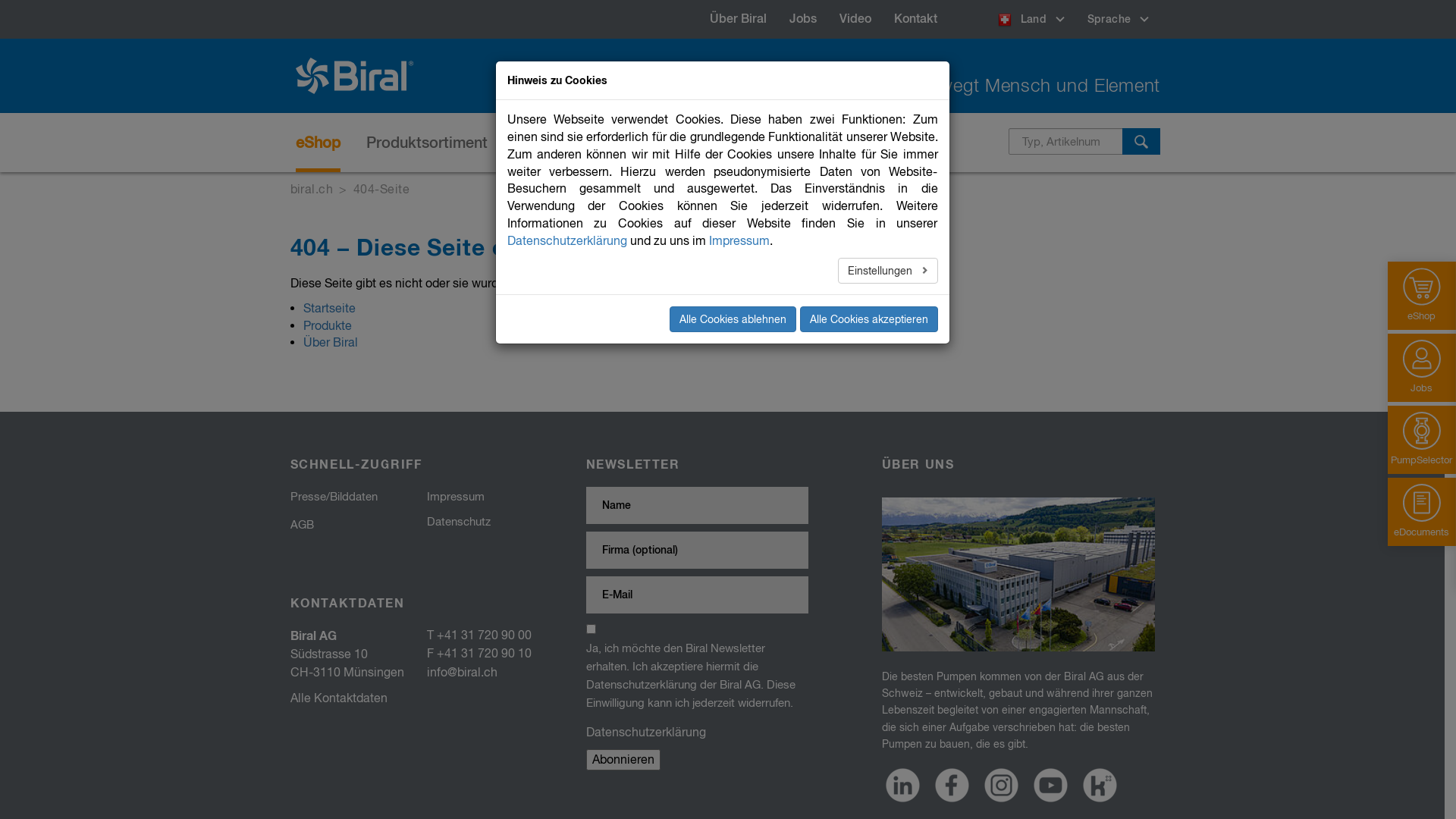 The width and height of the screenshot is (1456, 819). Describe the element at coordinates (301, 523) in the screenshot. I see `'AGB'` at that location.